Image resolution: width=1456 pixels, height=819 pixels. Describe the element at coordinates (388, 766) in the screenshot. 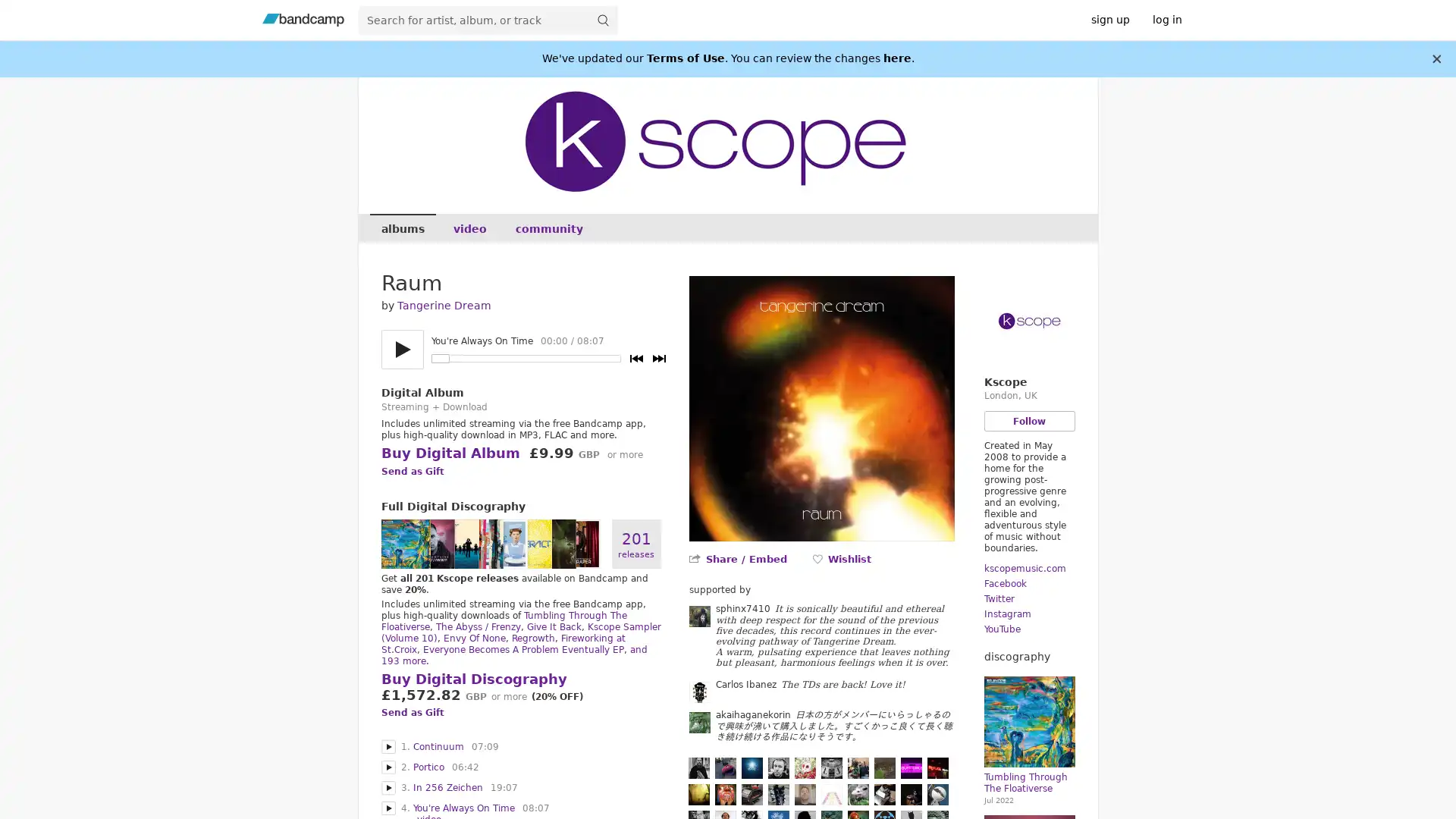

I see `Play Portico` at that location.